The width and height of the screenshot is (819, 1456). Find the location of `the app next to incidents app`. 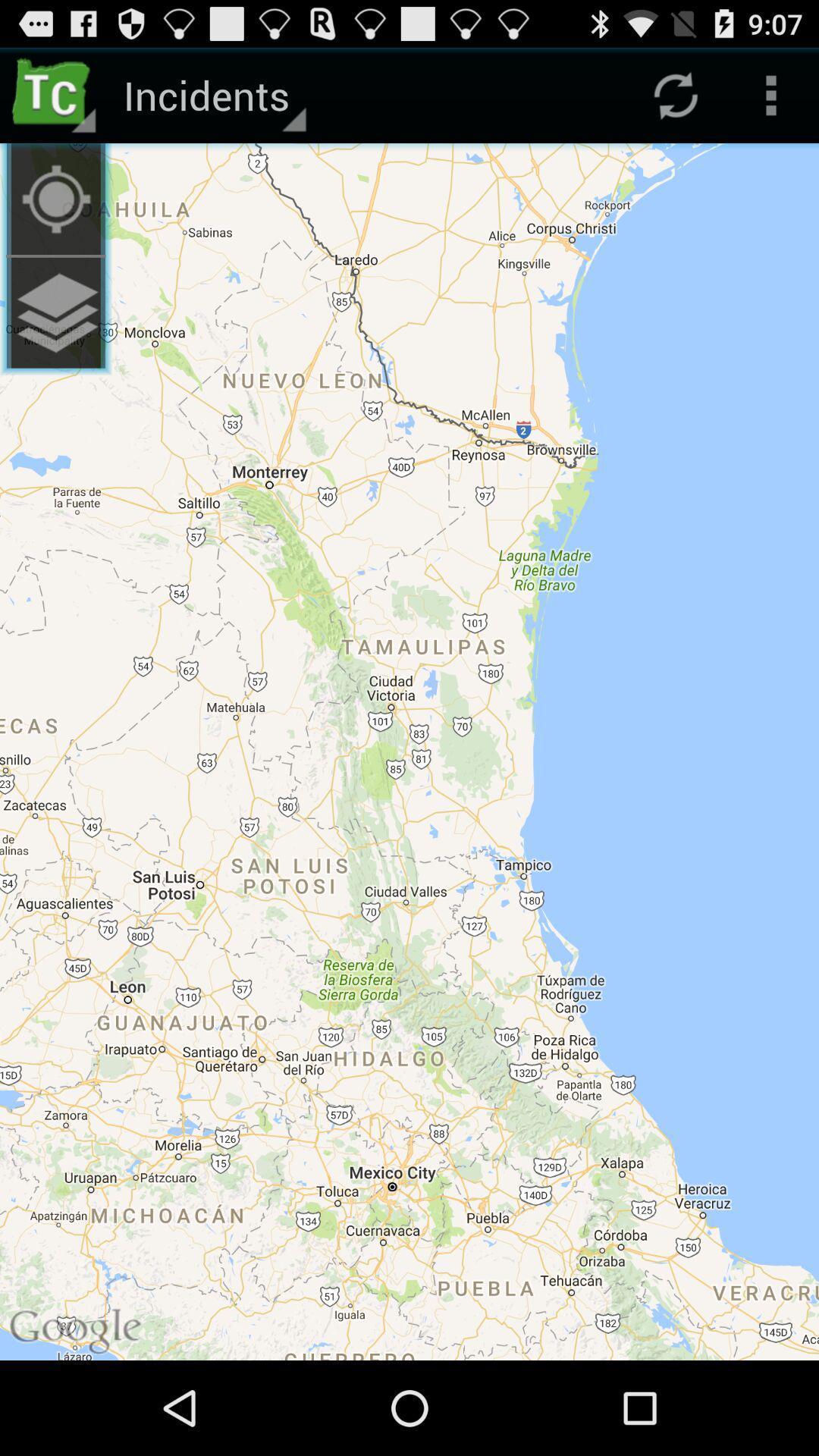

the app next to incidents app is located at coordinates (55, 94).